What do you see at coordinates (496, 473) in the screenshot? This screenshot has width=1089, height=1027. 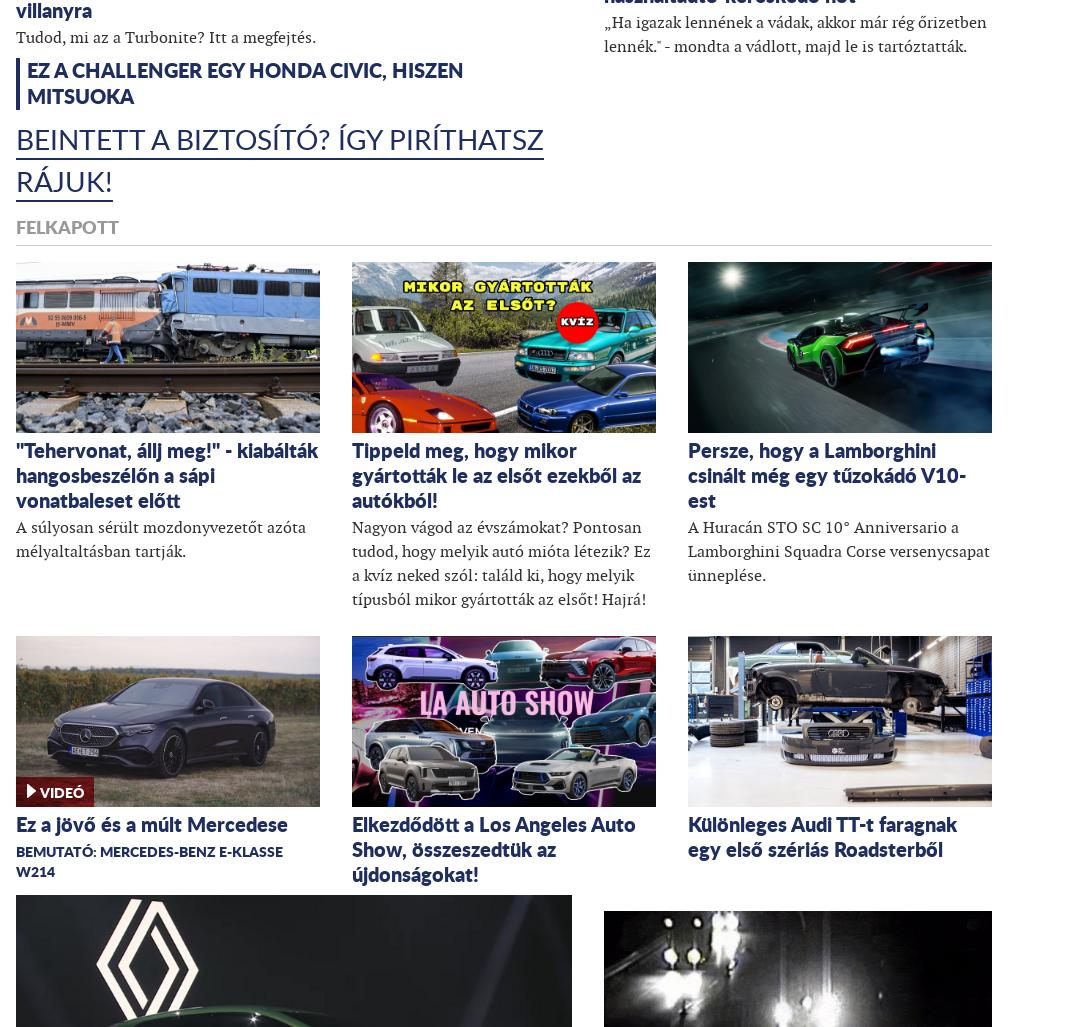 I see `'Tippeld meg, hogy mikor gyártották le az elsőt ezekből az autókból!'` at bounding box center [496, 473].